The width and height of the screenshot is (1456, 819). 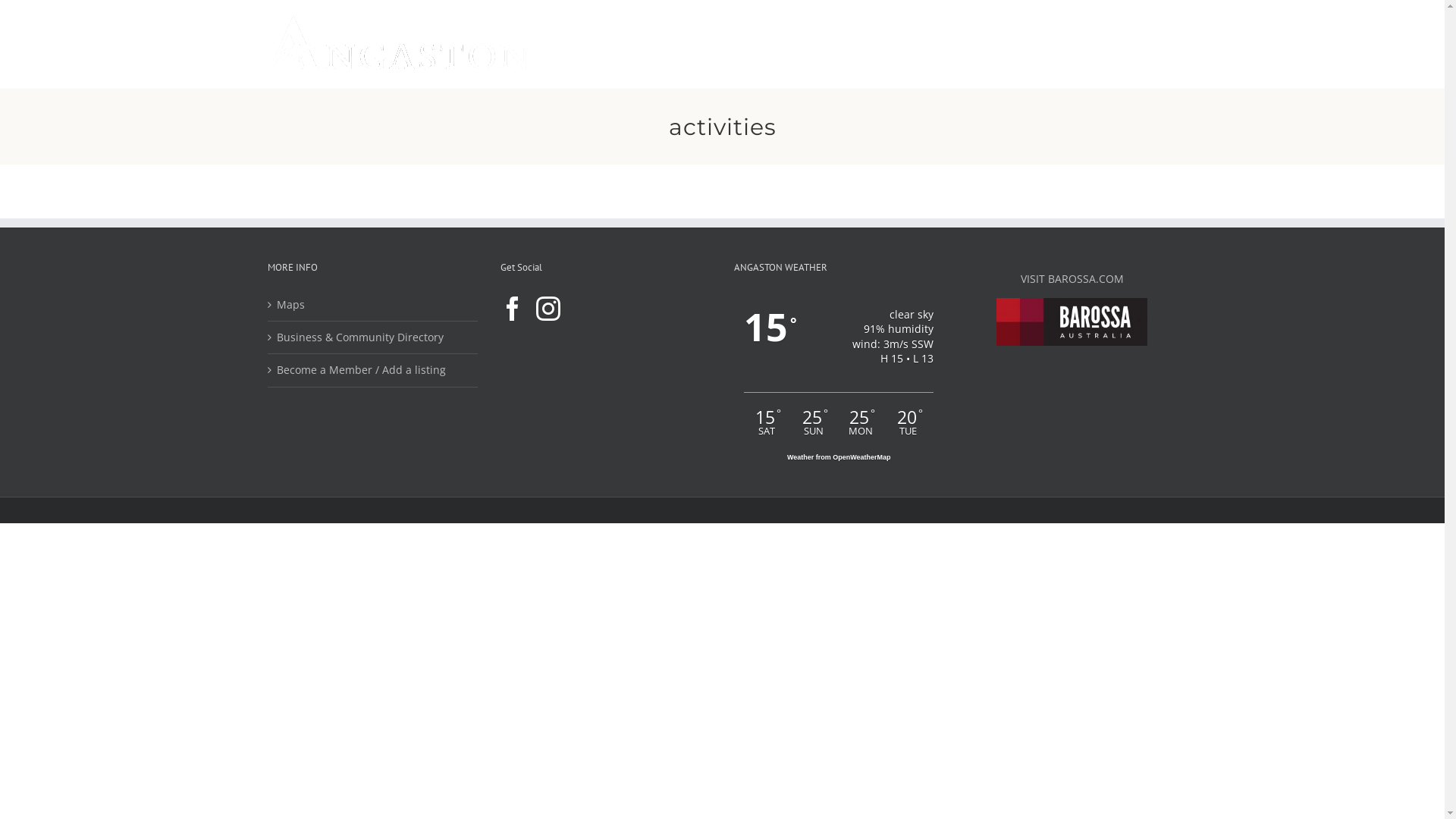 I want to click on 'WINE', so click(x=908, y=43).